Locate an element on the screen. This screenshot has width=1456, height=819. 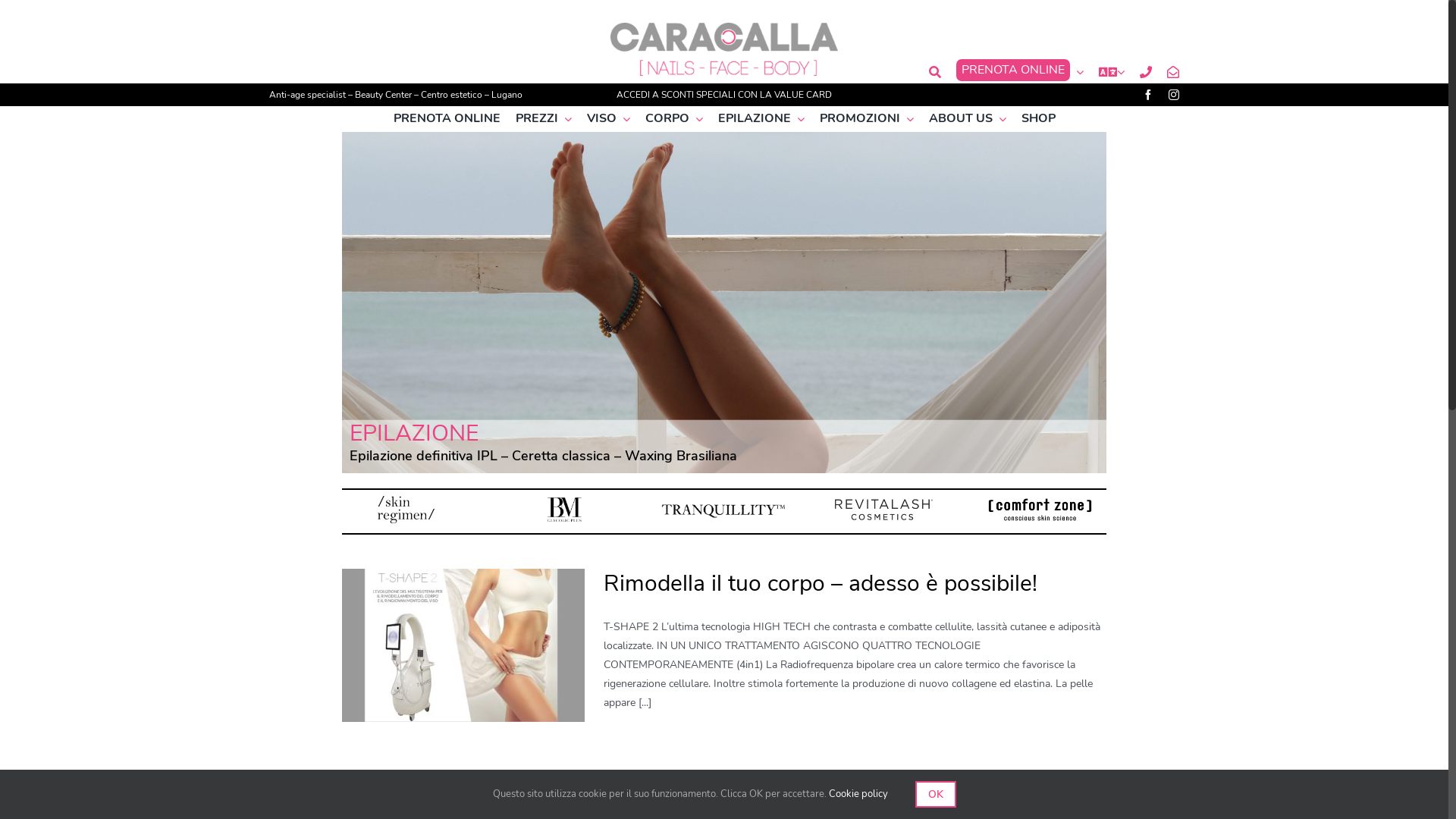
'PRENOTA ONLINE' is located at coordinates (1019, 72).